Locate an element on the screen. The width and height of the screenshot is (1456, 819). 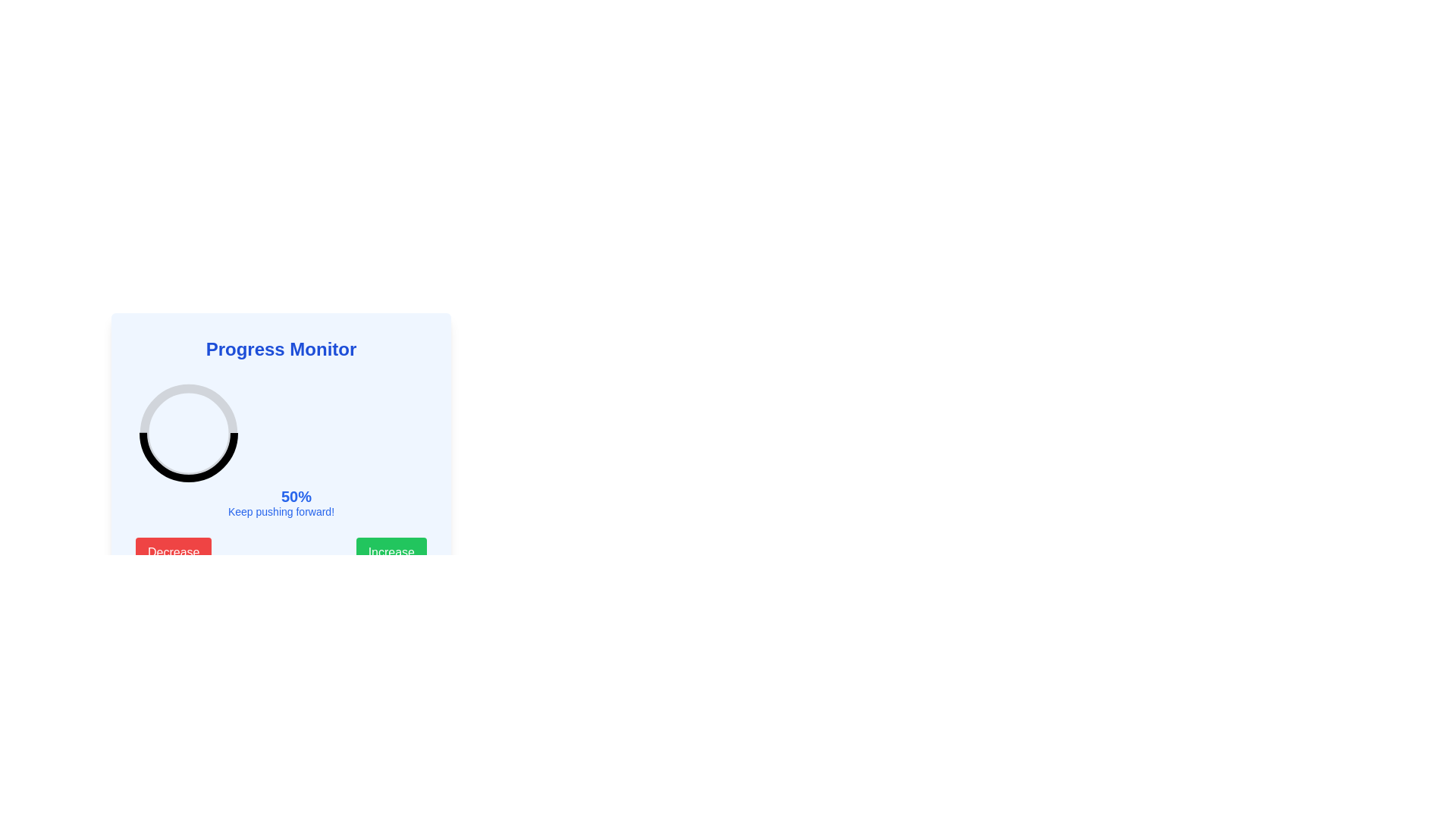
the Progress Arc in the 'Progress Monitor' card, which visually represents a percentage of '50%' is located at coordinates (188, 432).